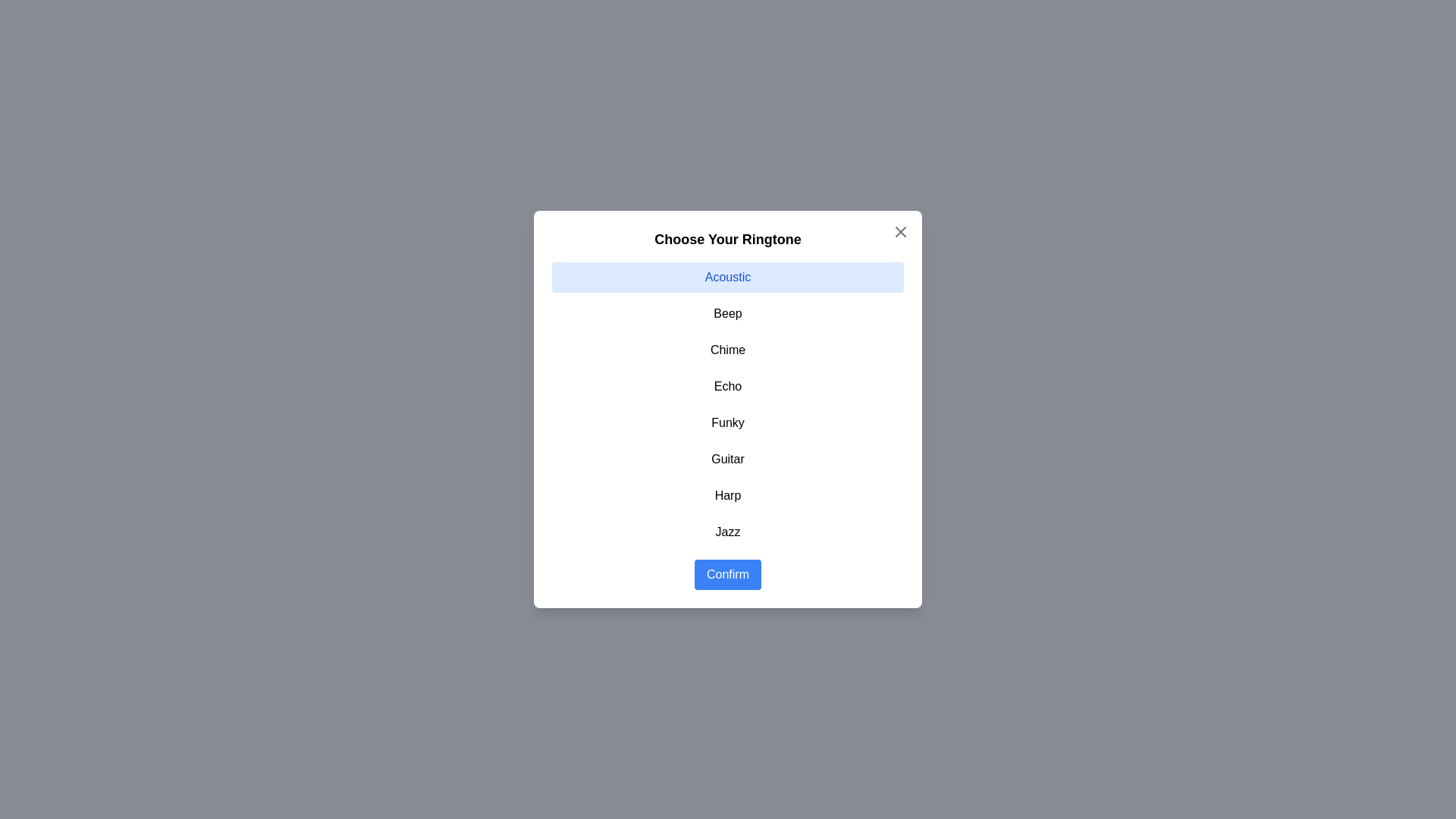 The image size is (1456, 819). What do you see at coordinates (728, 385) in the screenshot?
I see `the ringtone Echo from the list` at bounding box center [728, 385].